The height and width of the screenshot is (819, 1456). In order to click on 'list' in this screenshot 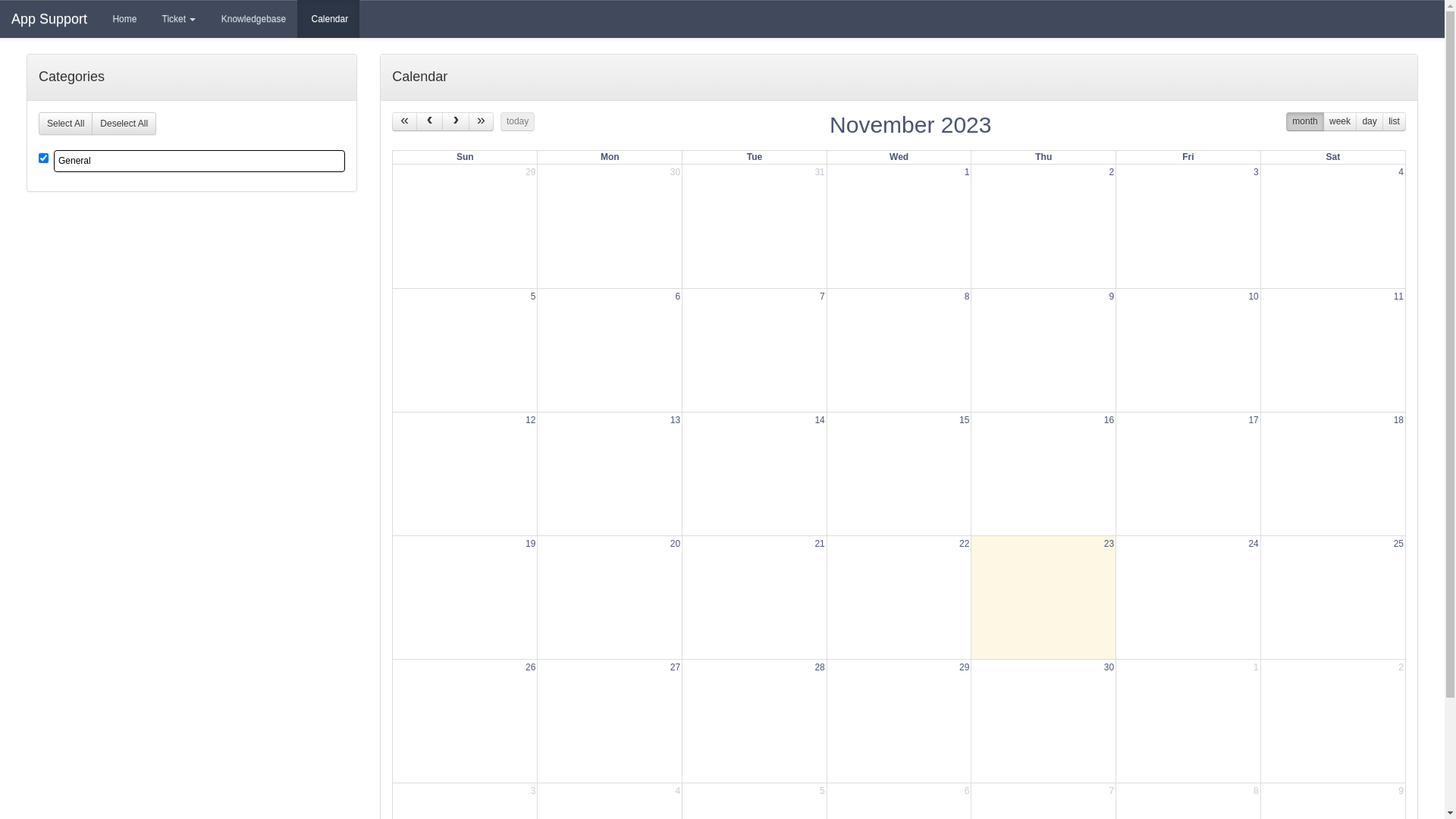, I will do `click(1394, 121)`.